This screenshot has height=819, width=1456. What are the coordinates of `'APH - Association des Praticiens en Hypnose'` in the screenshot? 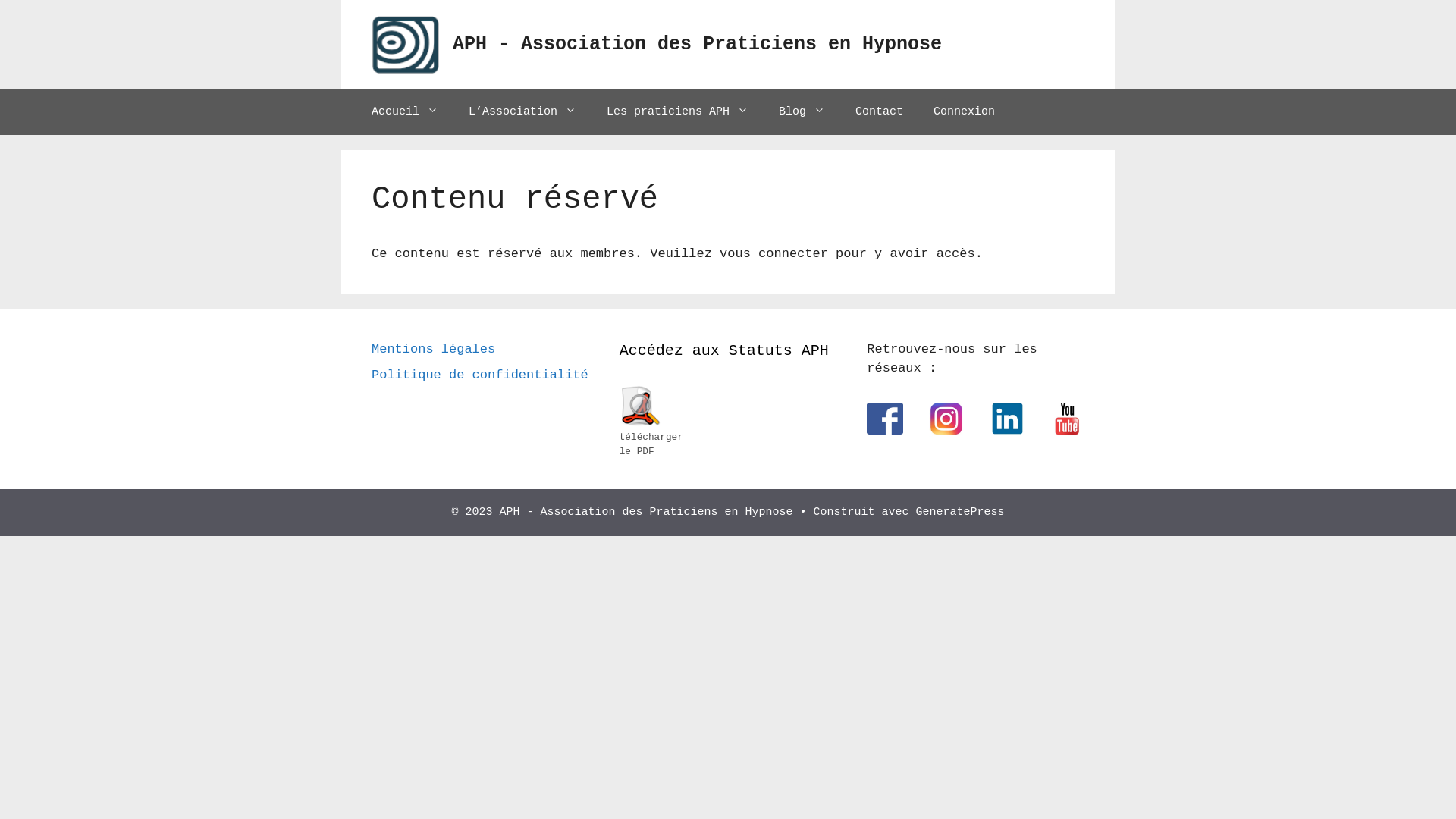 It's located at (696, 43).